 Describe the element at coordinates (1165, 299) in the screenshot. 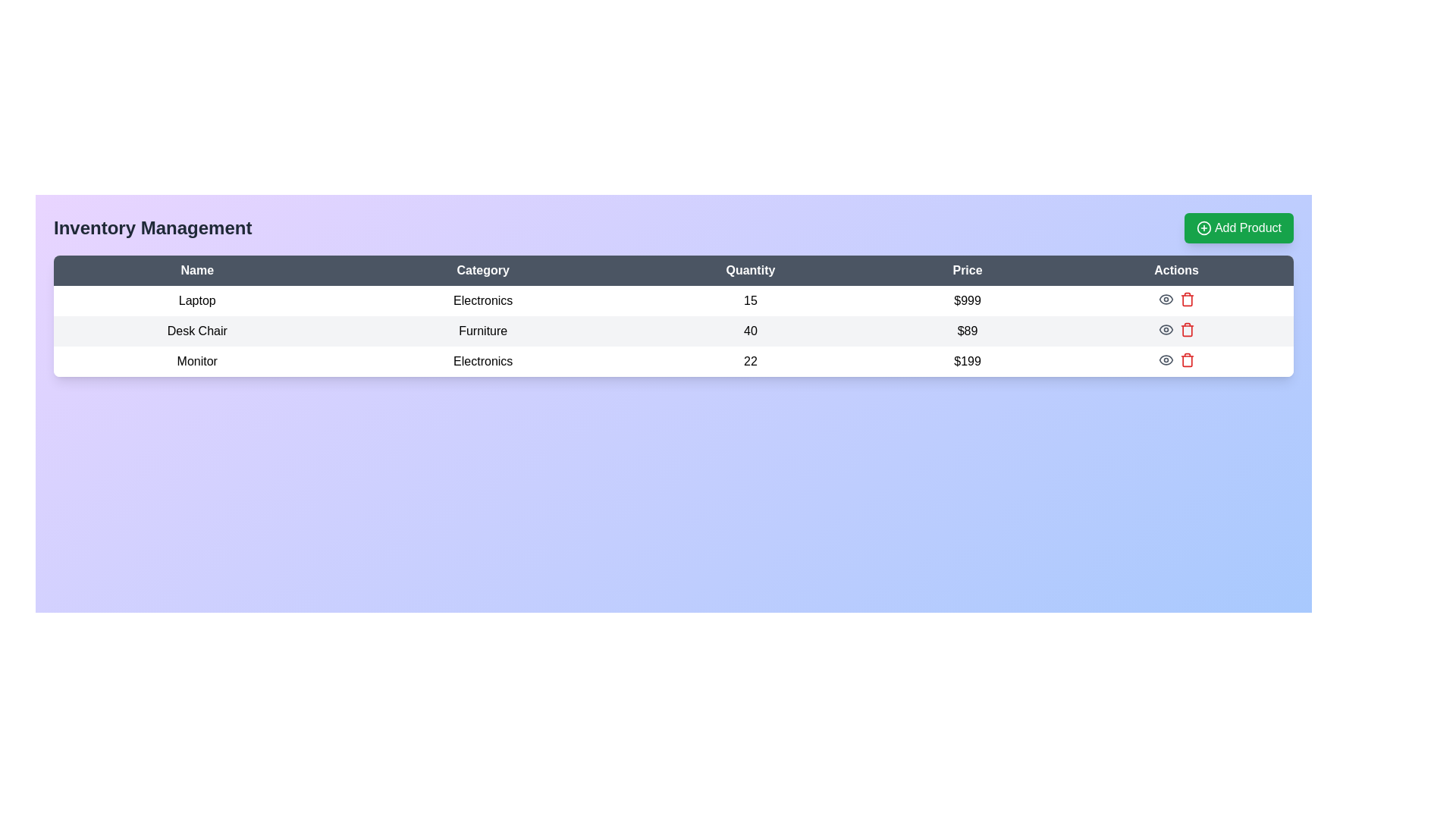

I see `the eye-shaped icon in the 'Actions' column for the product 'Laptop'` at that location.